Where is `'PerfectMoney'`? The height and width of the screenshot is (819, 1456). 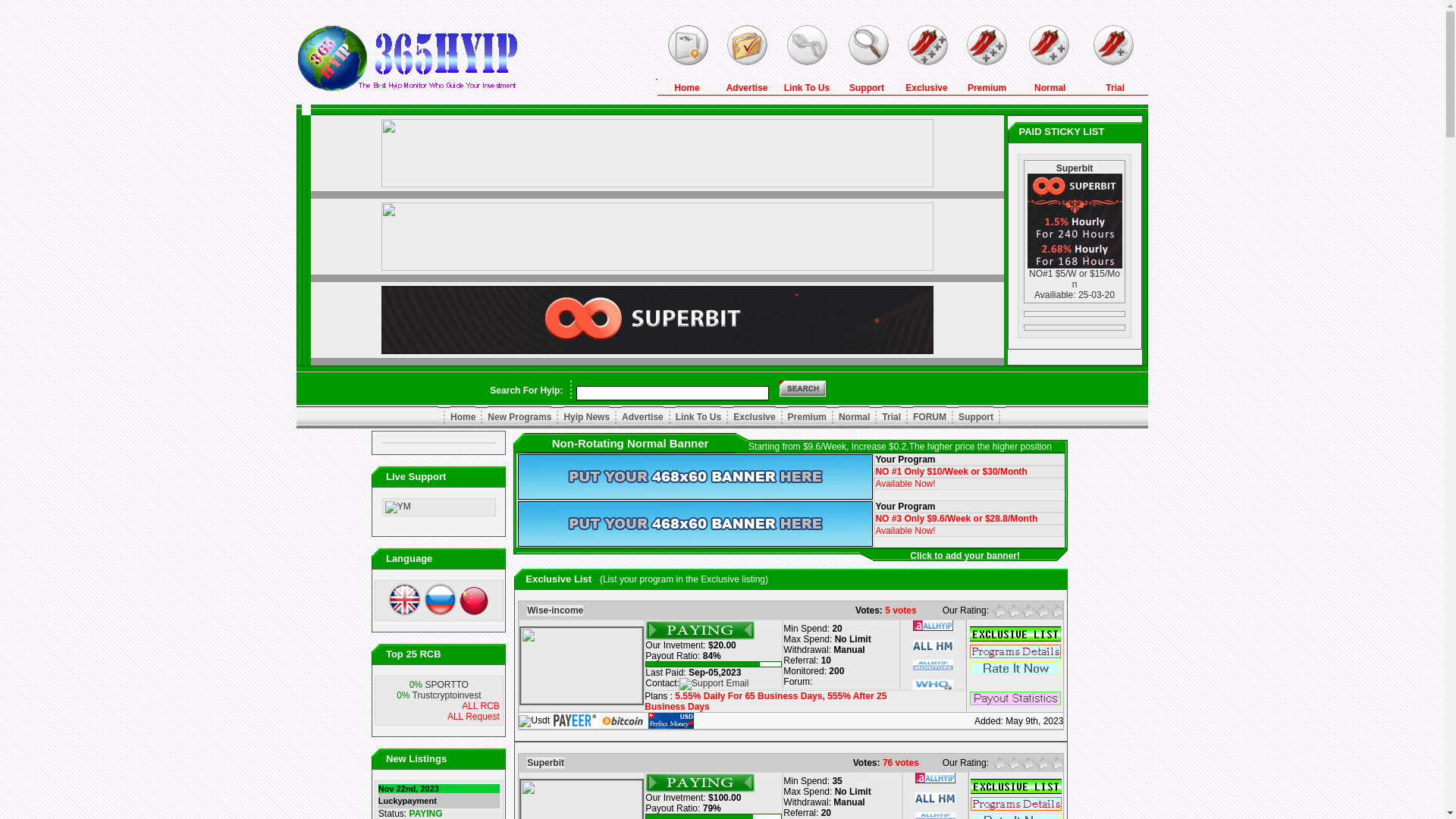
'PerfectMoney' is located at coordinates (670, 720).